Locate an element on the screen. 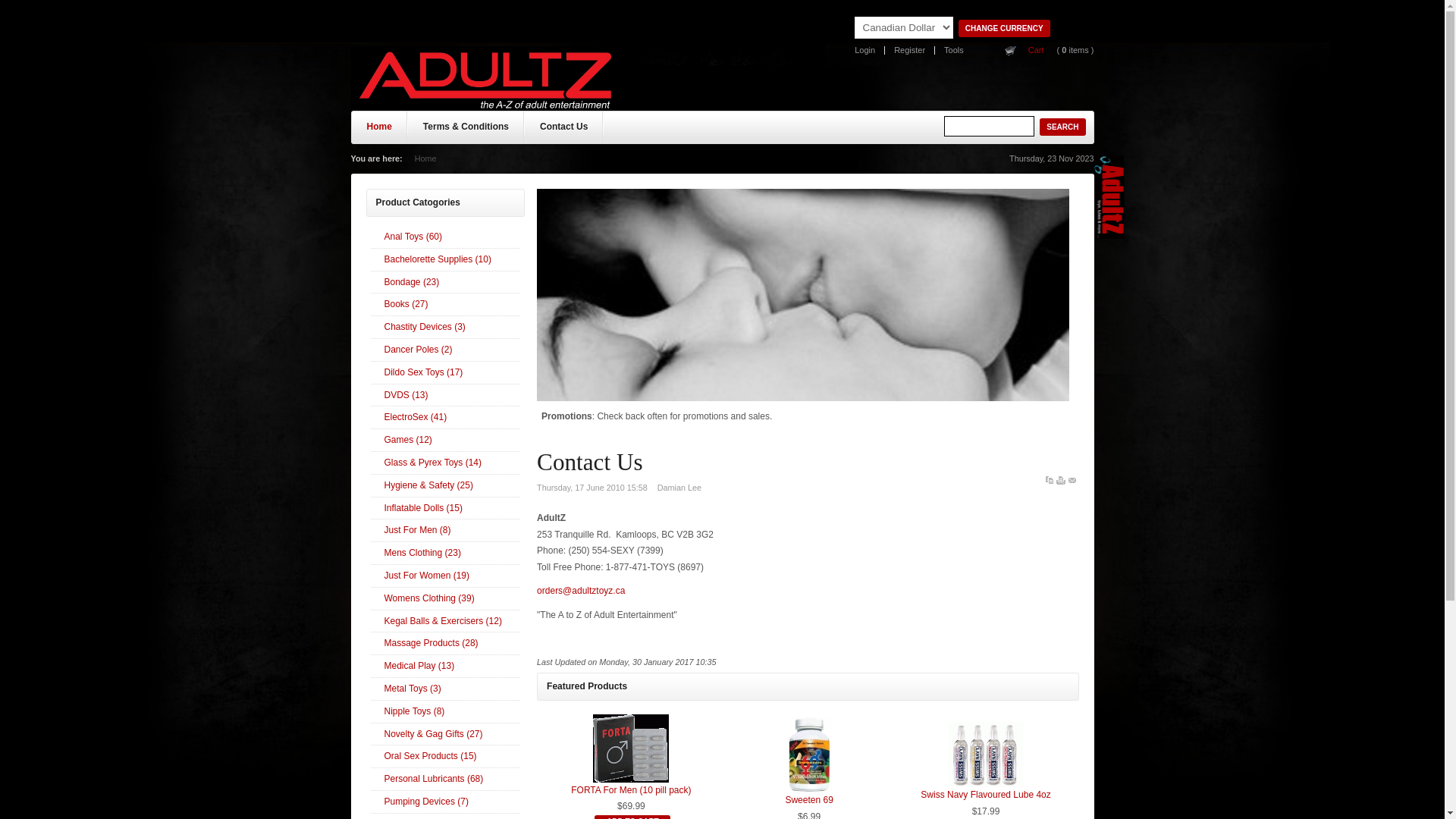  'Swiss Navy Flavoured Lube 4oz' is located at coordinates (986, 783).